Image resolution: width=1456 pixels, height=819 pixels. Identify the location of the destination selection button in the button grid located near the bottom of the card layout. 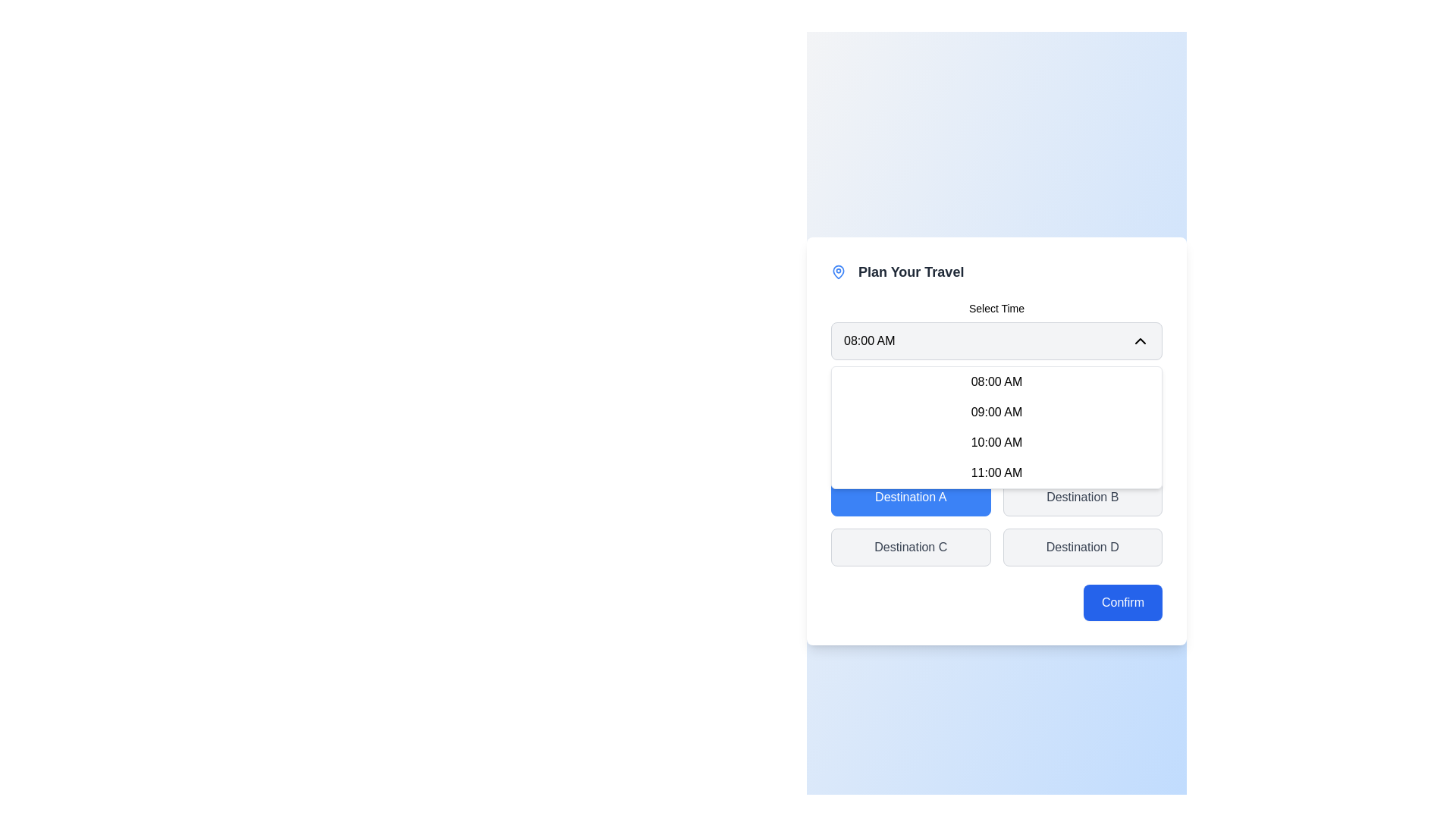
(996, 512).